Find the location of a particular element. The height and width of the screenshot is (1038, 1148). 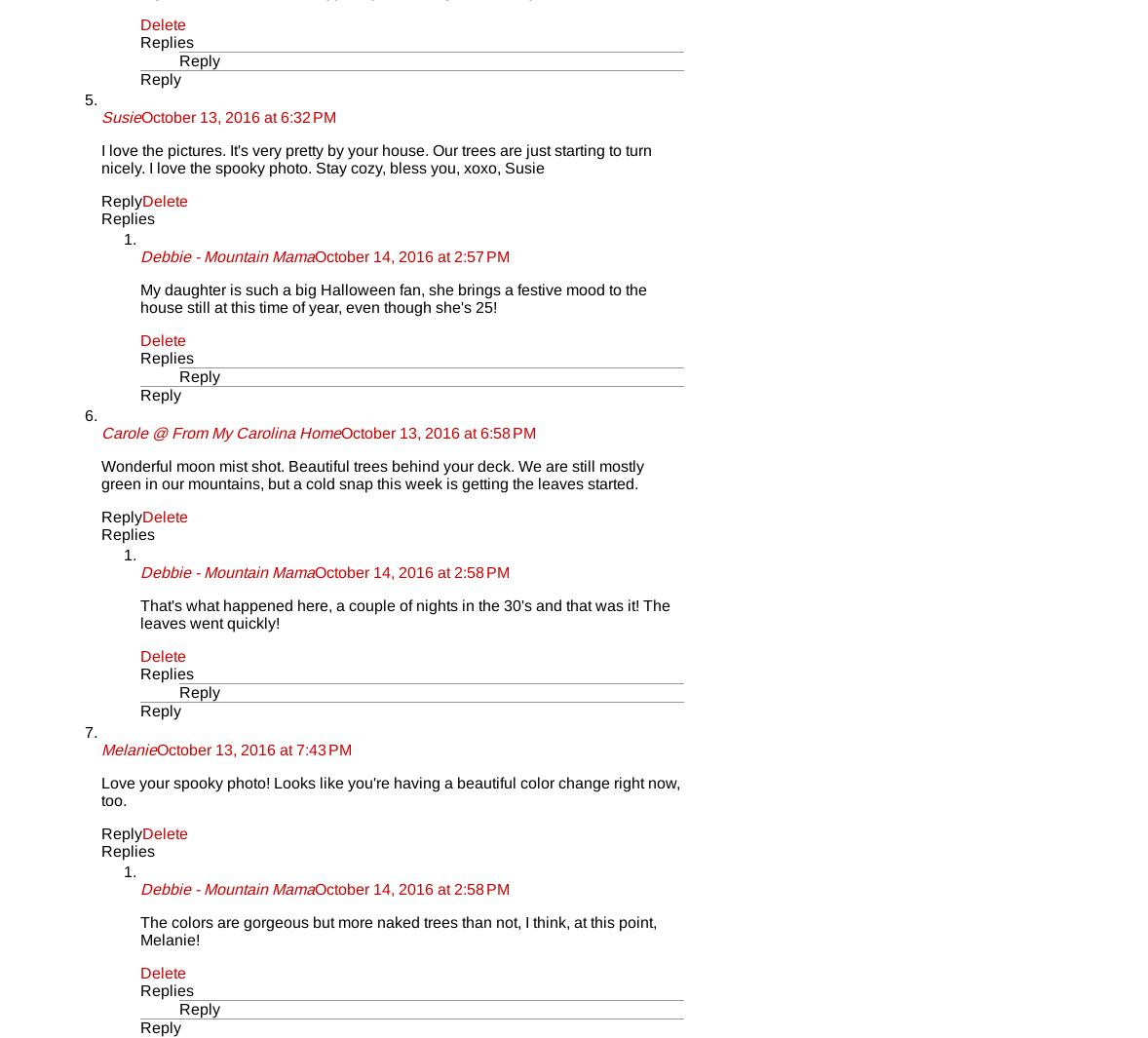

'Susie' is located at coordinates (100, 115).